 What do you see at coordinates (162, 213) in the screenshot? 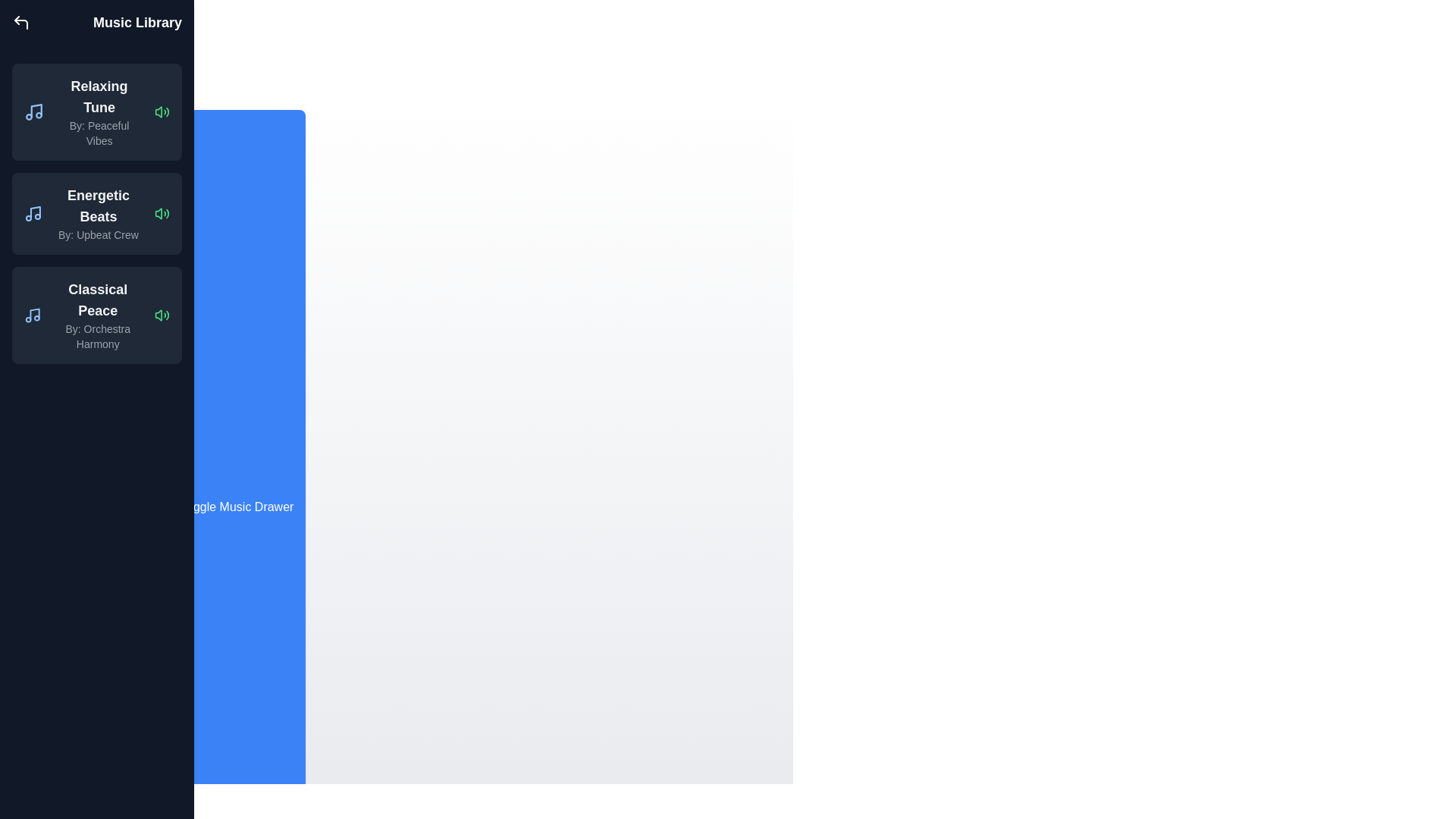
I see `the track Energetic Beats from the list` at bounding box center [162, 213].